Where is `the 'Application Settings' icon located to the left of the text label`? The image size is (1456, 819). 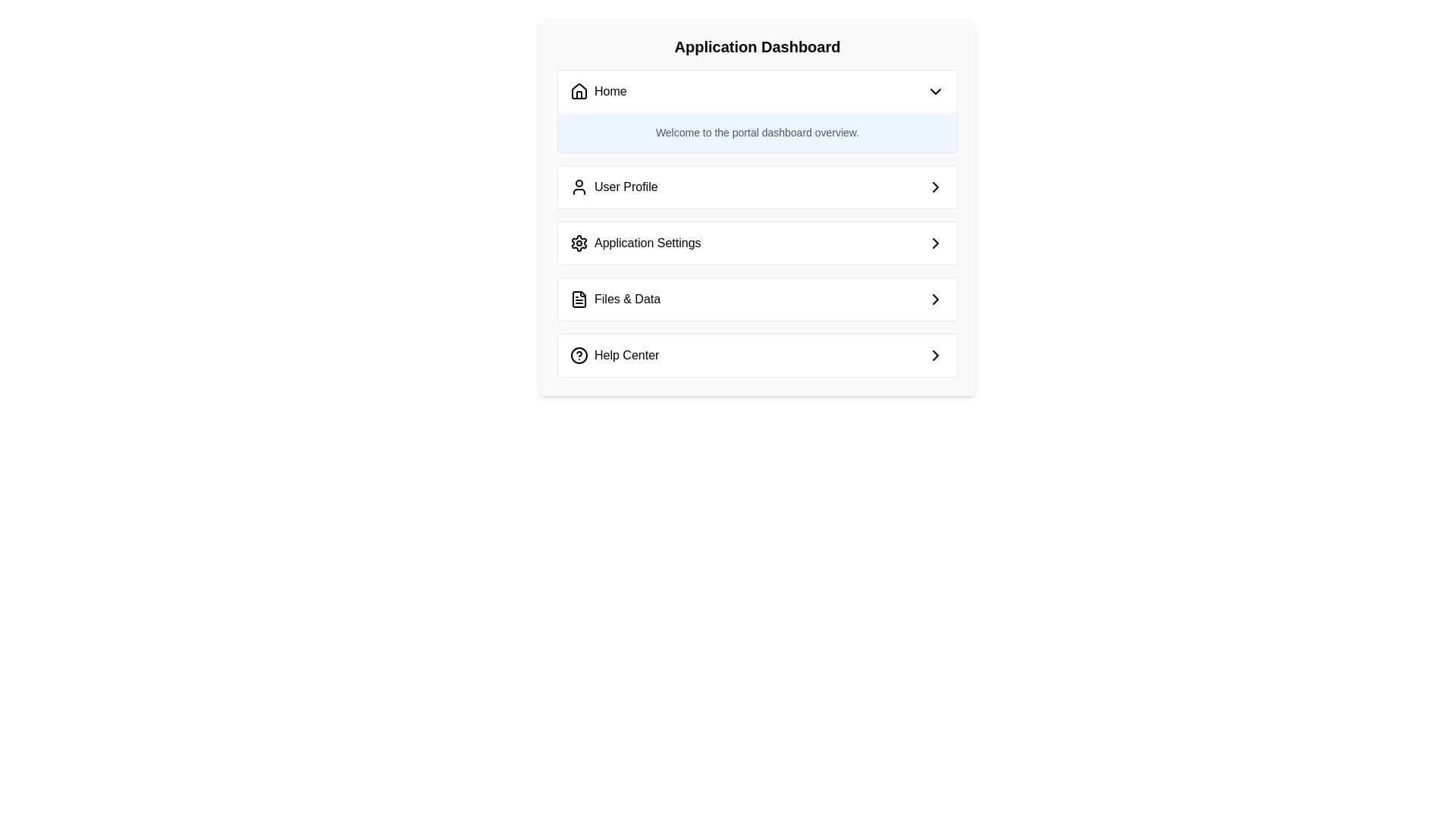 the 'Application Settings' icon located to the left of the text label is located at coordinates (578, 242).